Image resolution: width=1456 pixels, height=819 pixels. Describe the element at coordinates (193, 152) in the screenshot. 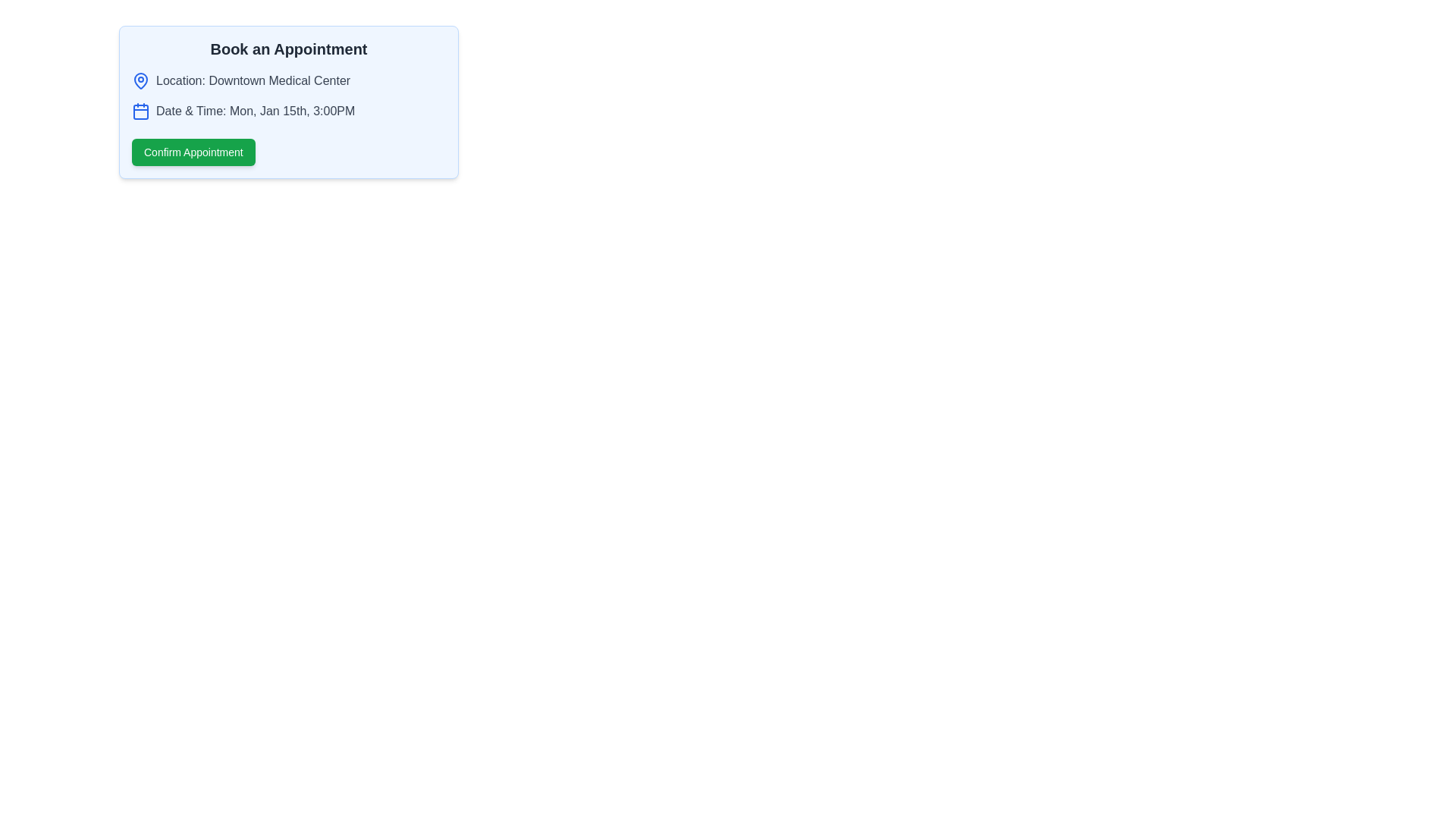

I see `the confirmation button located at the bottom left of the booking card` at that location.